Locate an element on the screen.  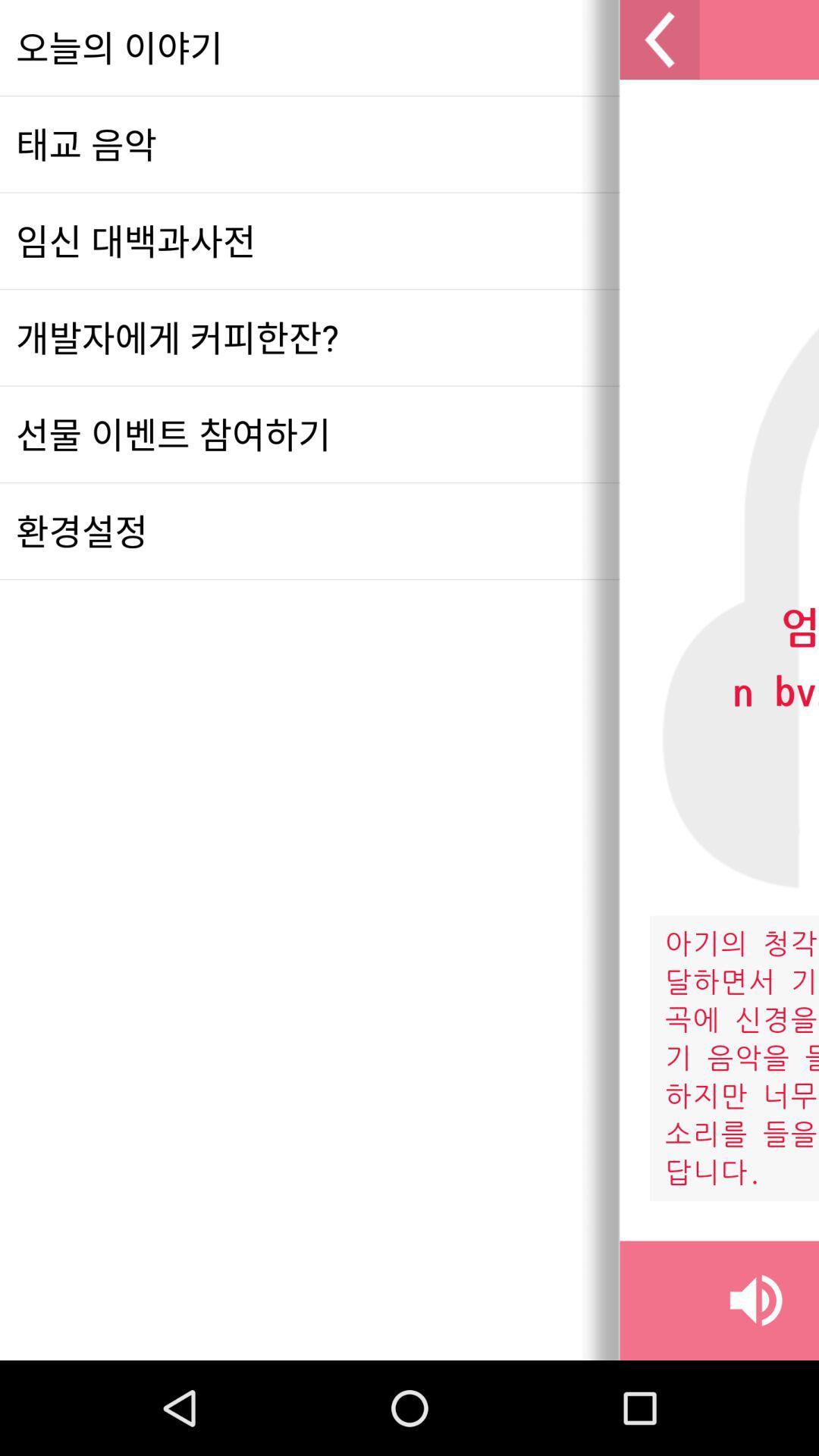
icon at the center is located at coordinates (409, 531).